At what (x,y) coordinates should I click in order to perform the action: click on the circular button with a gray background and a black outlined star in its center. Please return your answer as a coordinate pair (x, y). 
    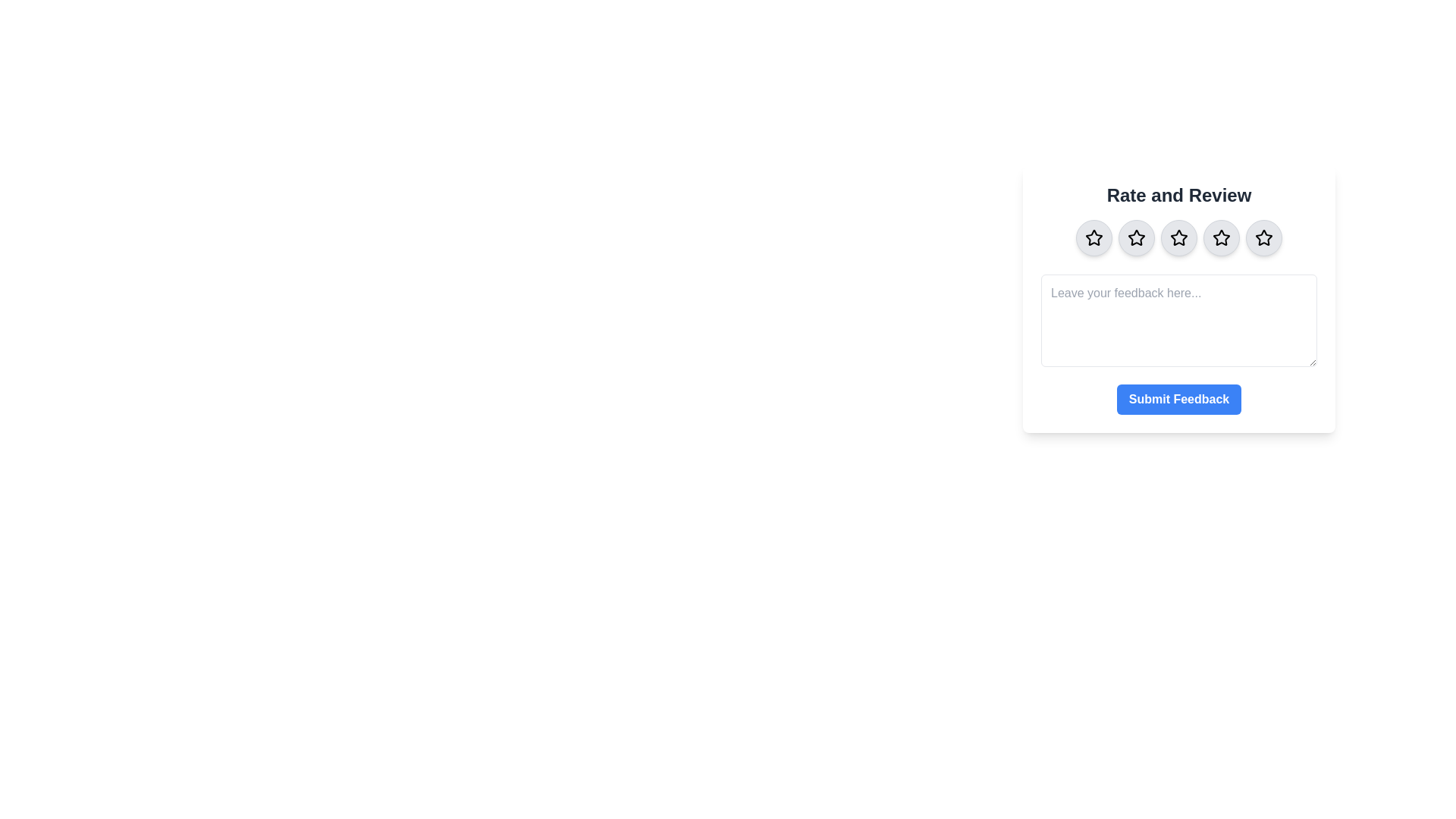
    Looking at the image, I should click on (1222, 237).